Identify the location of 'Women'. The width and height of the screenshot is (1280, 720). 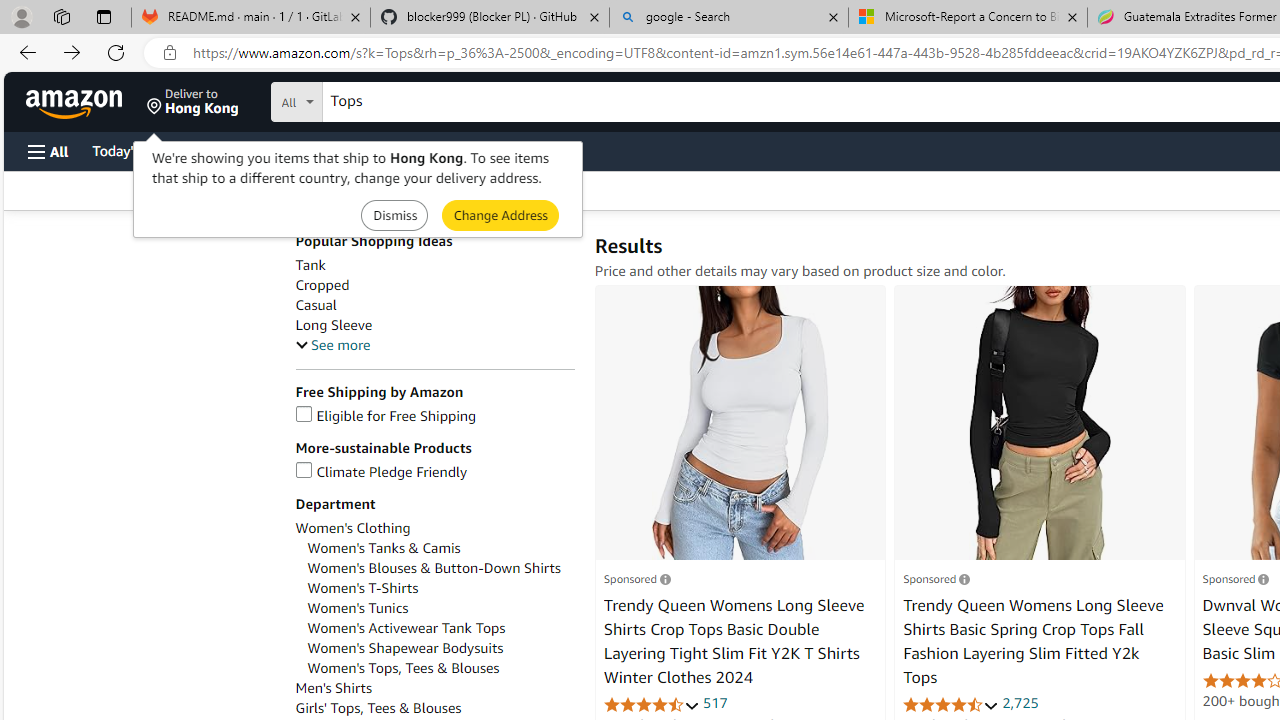
(362, 587).